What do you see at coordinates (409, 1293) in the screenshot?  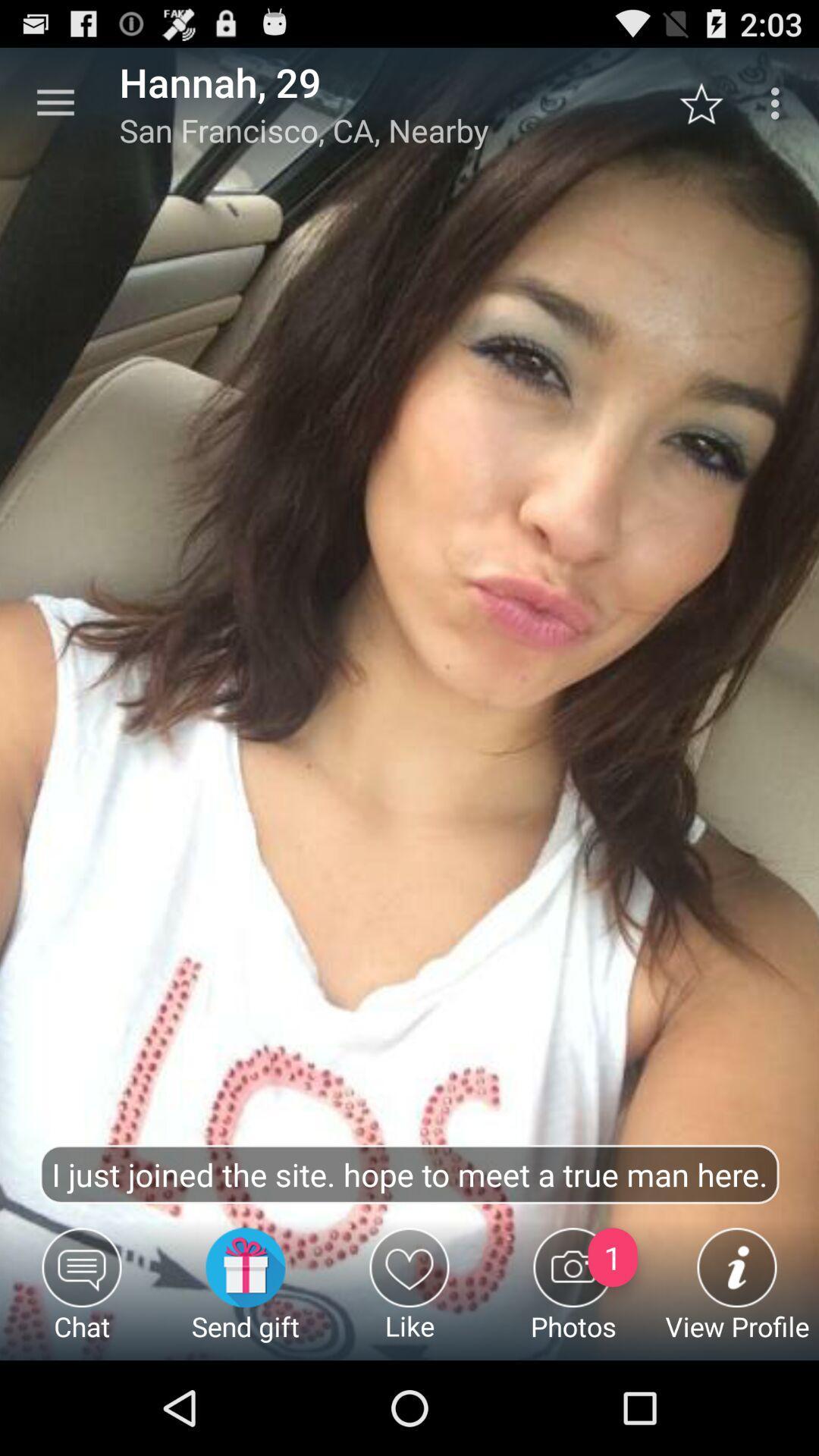 I see `icon to the left of the photos item` at bounding box center [409, 1293].